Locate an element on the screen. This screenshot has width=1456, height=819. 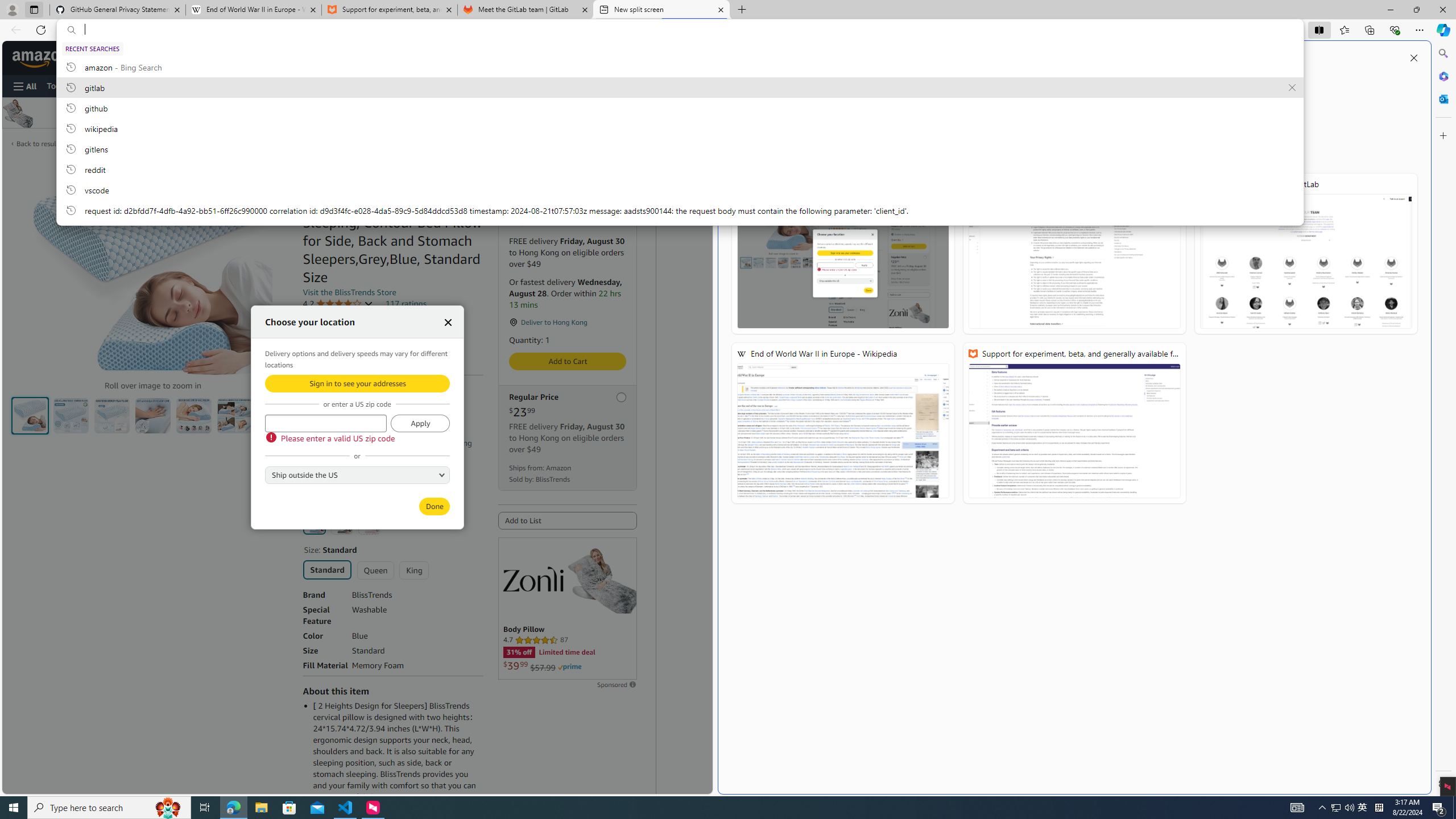
'Search icon' is located at coordinates (71, 30).